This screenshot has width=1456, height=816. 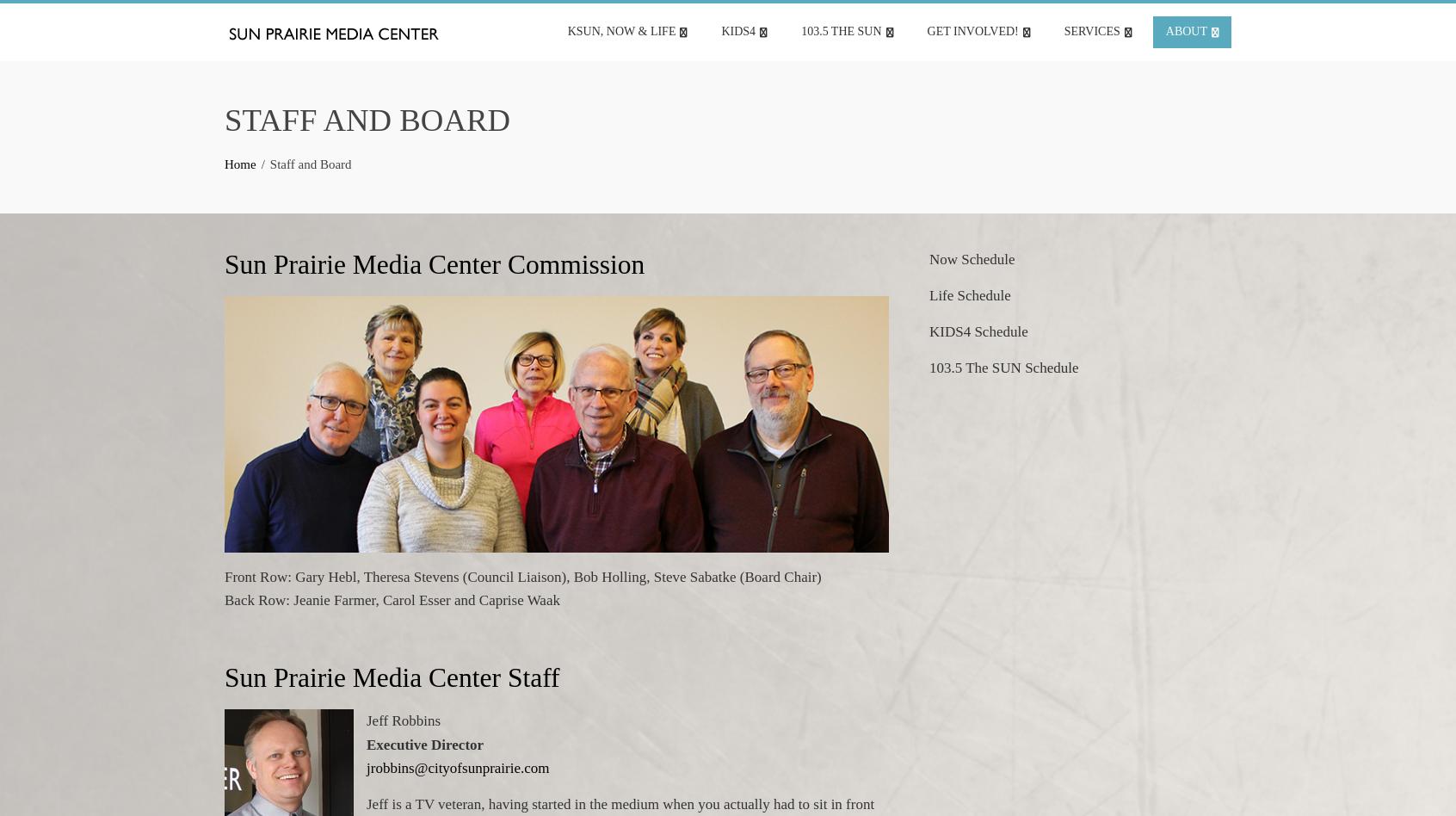 What do you see at coordinates (737, 31) in the screenshot?
I see `'KIDS4'` at bounding box center [737, 31].